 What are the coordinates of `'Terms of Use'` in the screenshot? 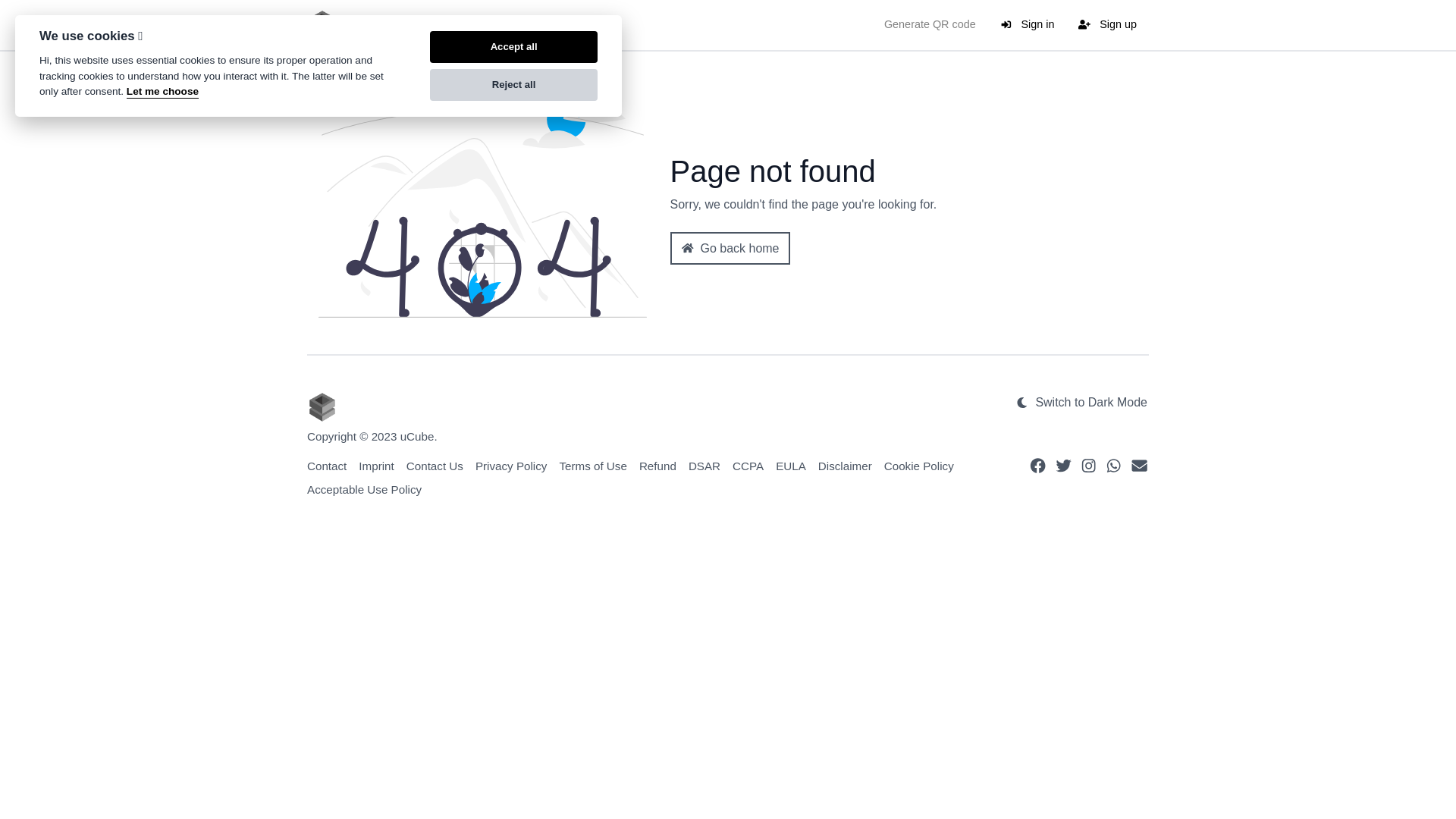 It's located at (591, 465).